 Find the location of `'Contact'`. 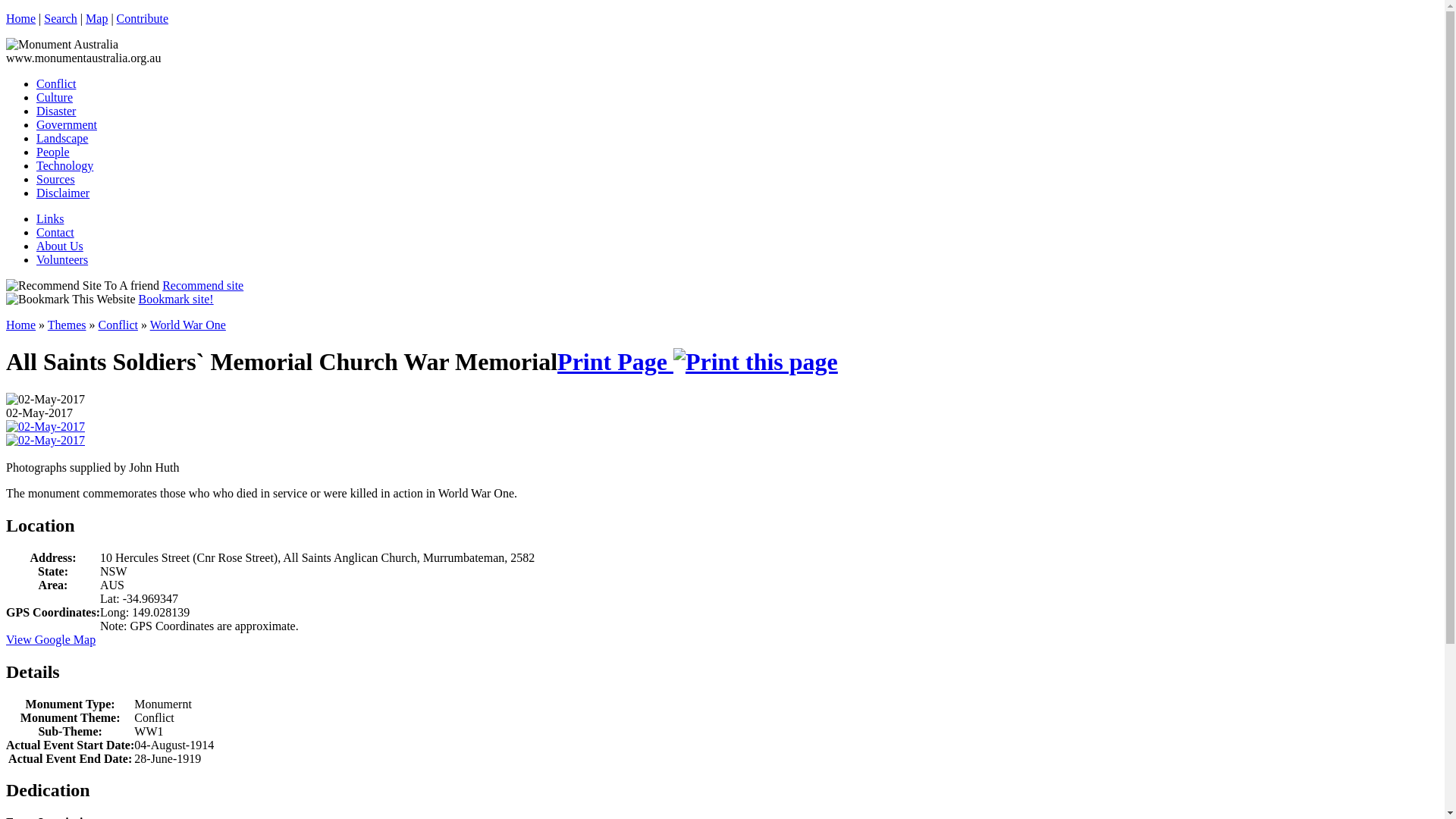

'Contact' is located at coordinates (55, 232).